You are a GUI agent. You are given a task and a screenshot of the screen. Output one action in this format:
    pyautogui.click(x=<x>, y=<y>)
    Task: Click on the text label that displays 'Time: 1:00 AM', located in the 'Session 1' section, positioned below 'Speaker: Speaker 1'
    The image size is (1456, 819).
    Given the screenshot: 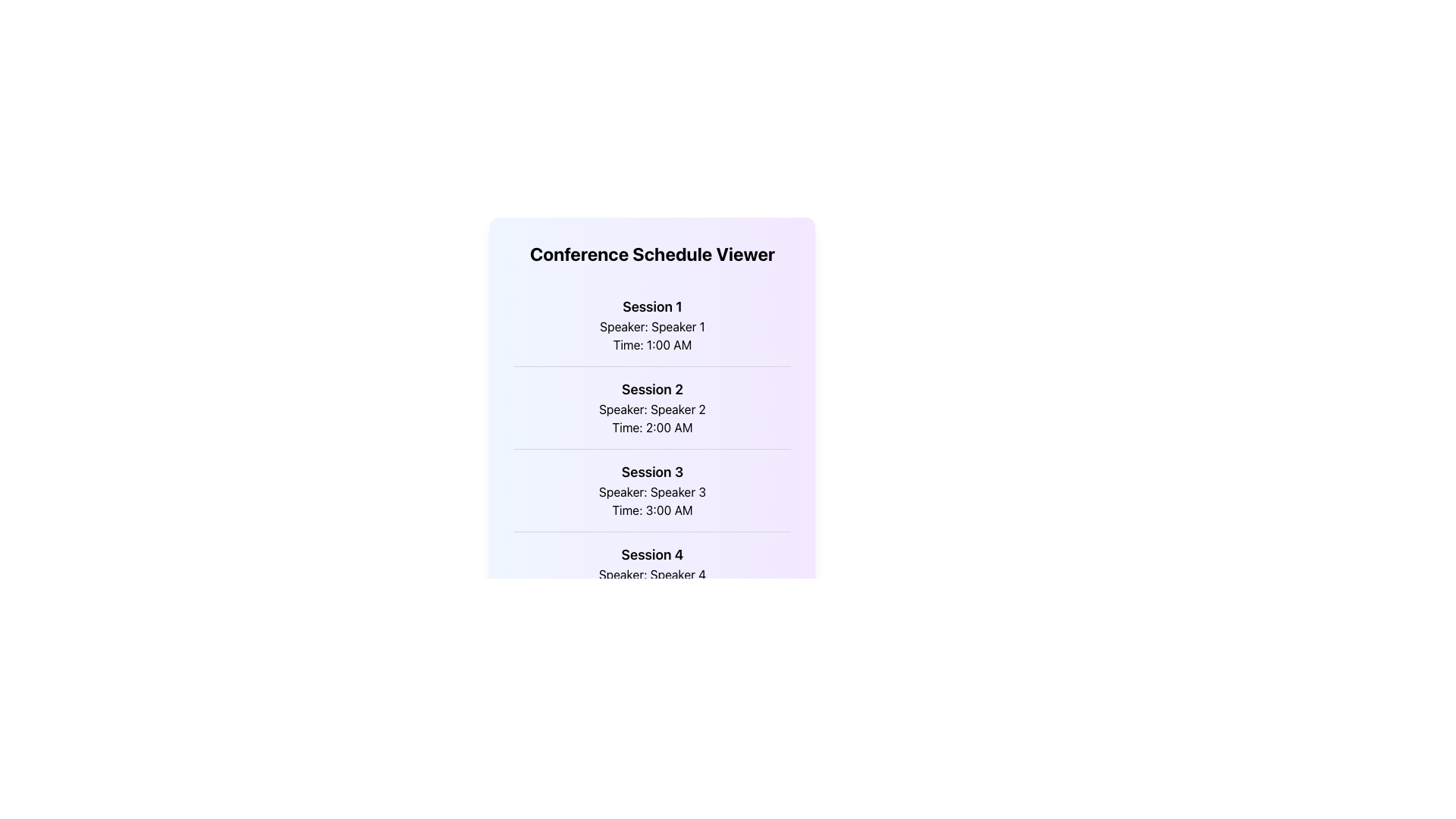 What is the action you would take?
    pyautogui.click(x=652, y=345)
    